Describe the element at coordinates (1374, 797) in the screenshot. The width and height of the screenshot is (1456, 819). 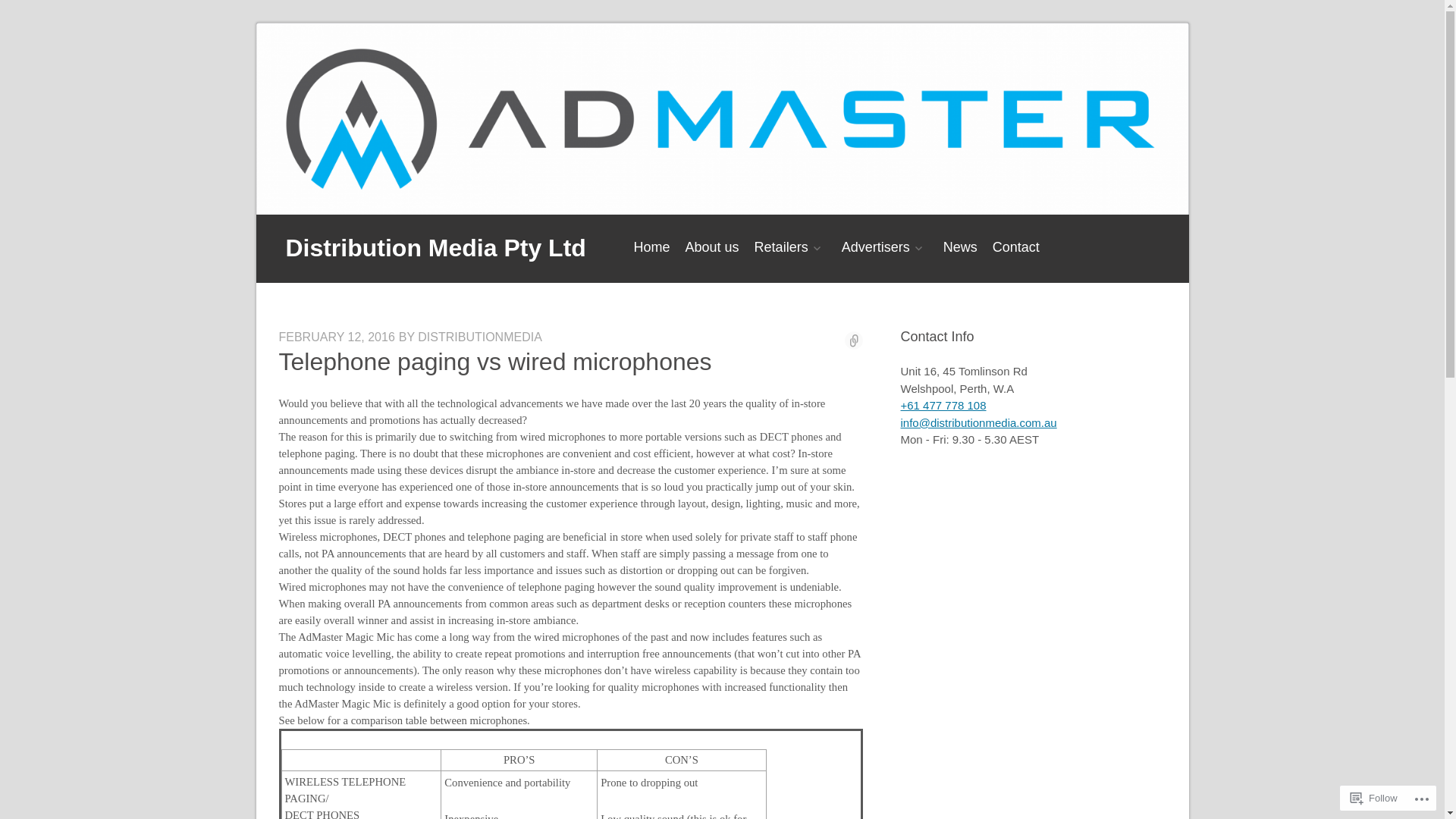
I see `'Follow'` at that location.